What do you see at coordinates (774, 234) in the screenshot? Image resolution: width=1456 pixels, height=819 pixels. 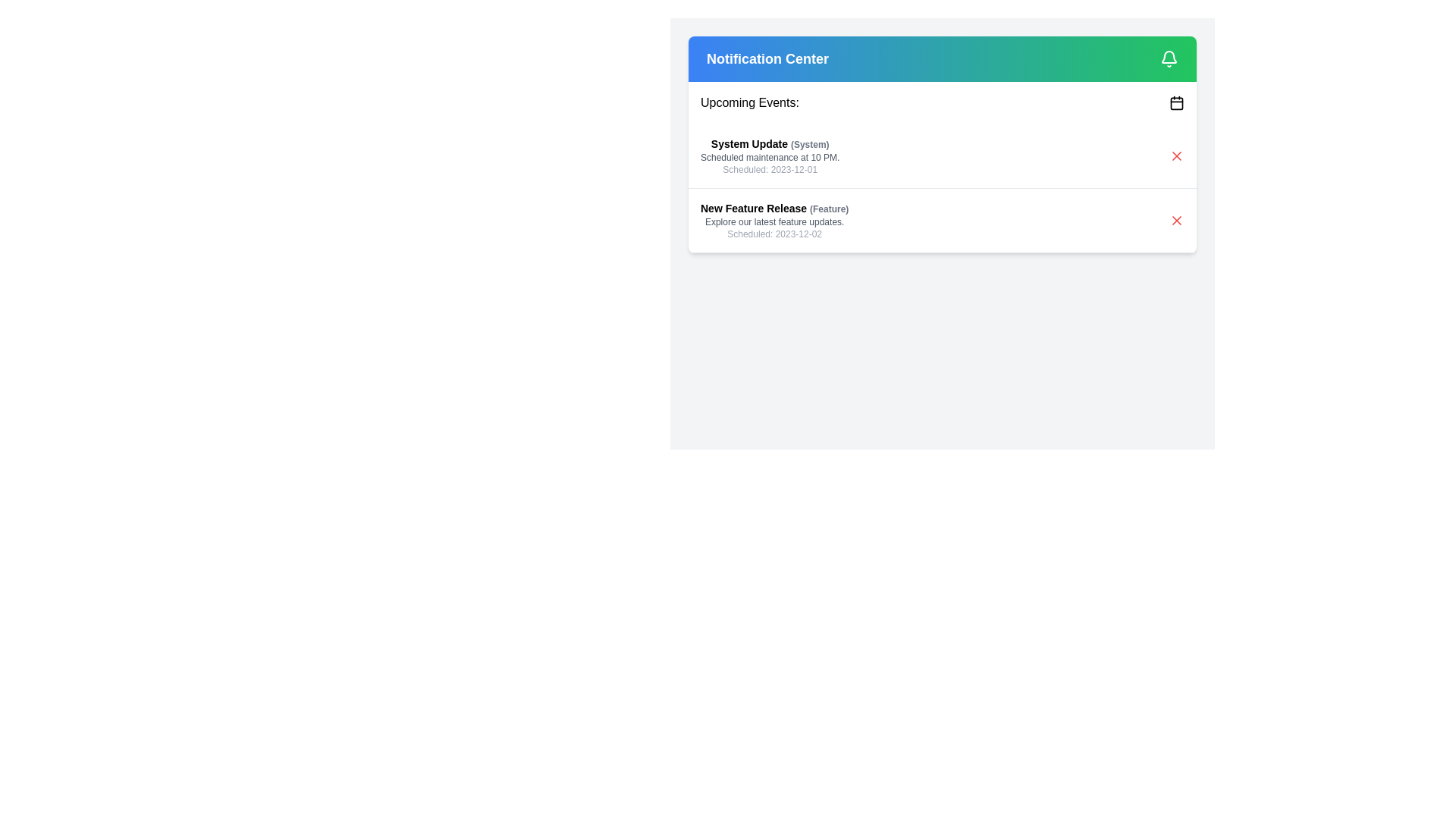 I see `the static text that displays the scheduled date of an event, located below the description text 'Explore our latest feature updates.' in the notification panel` at bounding box center [774, 234].